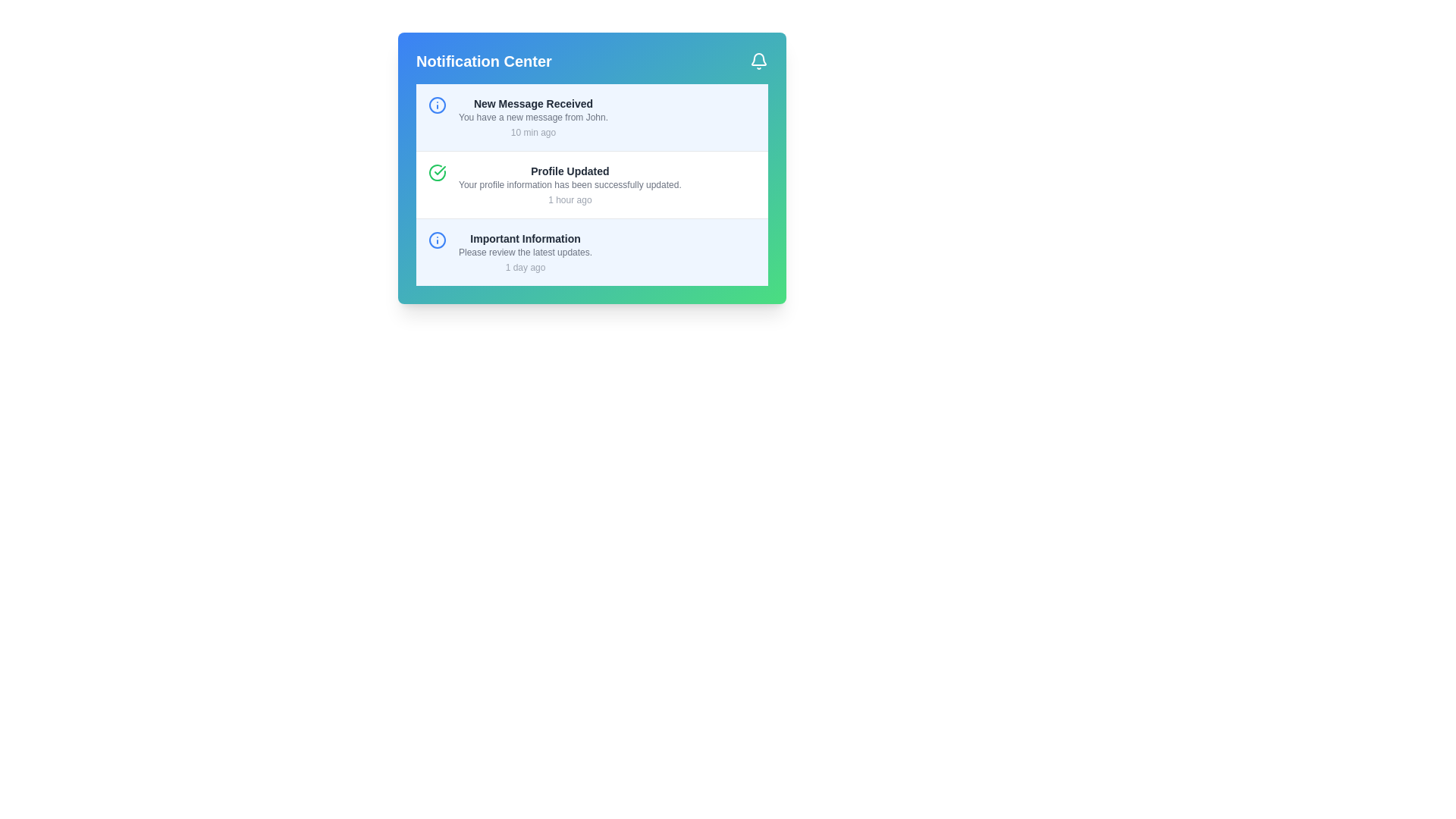  I want to click on notification indicating that the user's profile information has been updated, located below 'New Message Received' and above 'Important Information', so click(569, 184).